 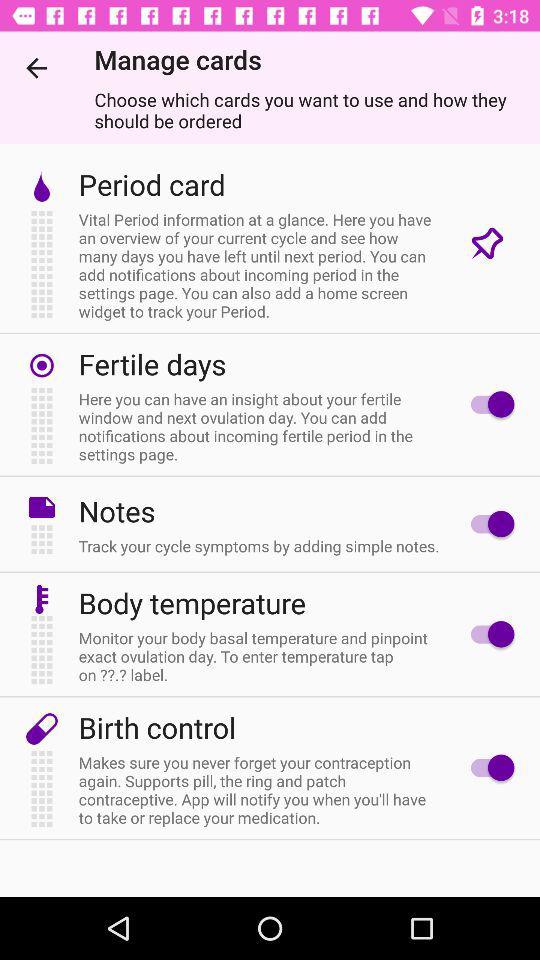 I want to click on fertile days option, so click(x=486, y=403).